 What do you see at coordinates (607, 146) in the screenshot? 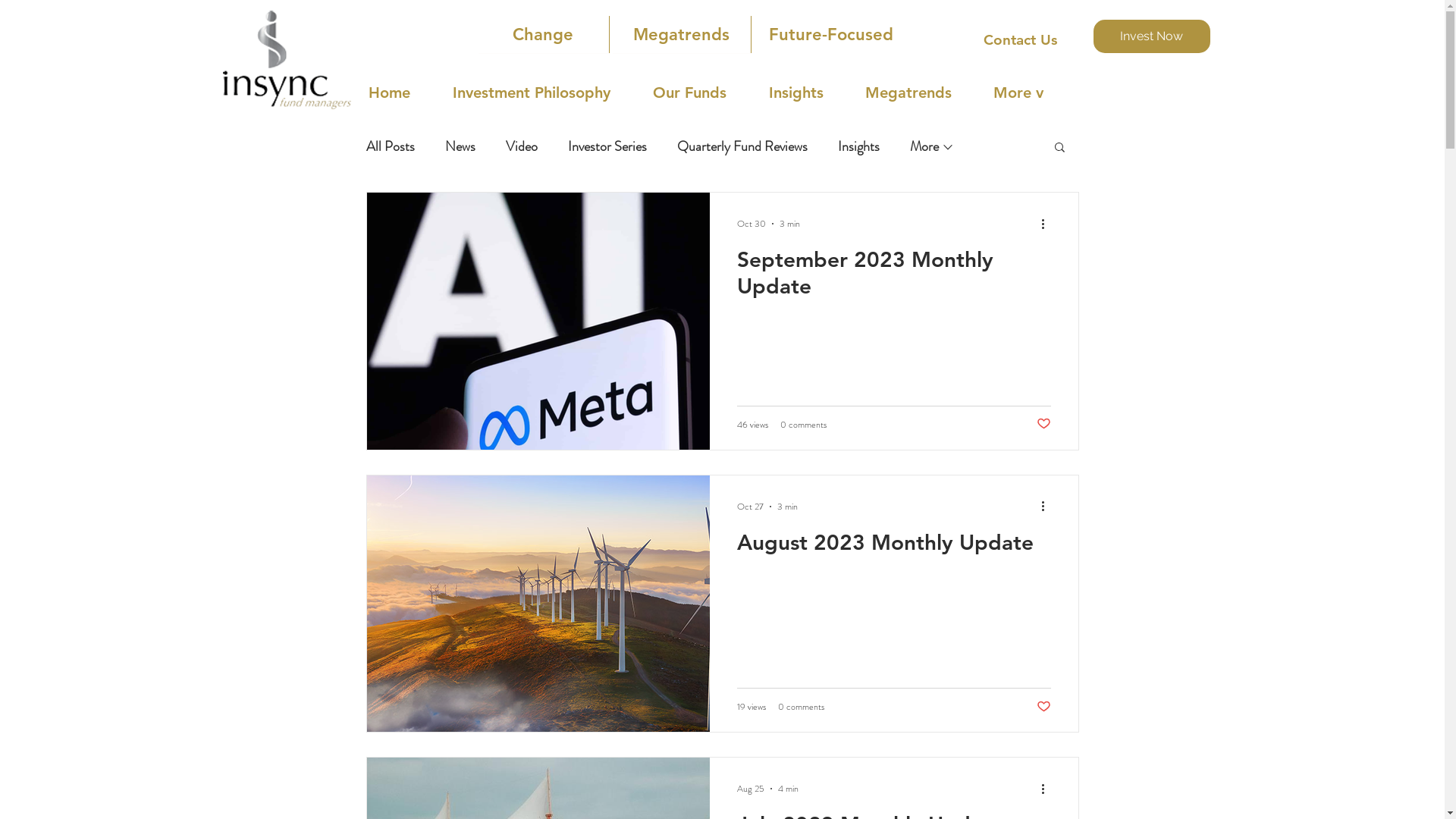
I see `'Investor Series'` at bounding box center [607, 146].